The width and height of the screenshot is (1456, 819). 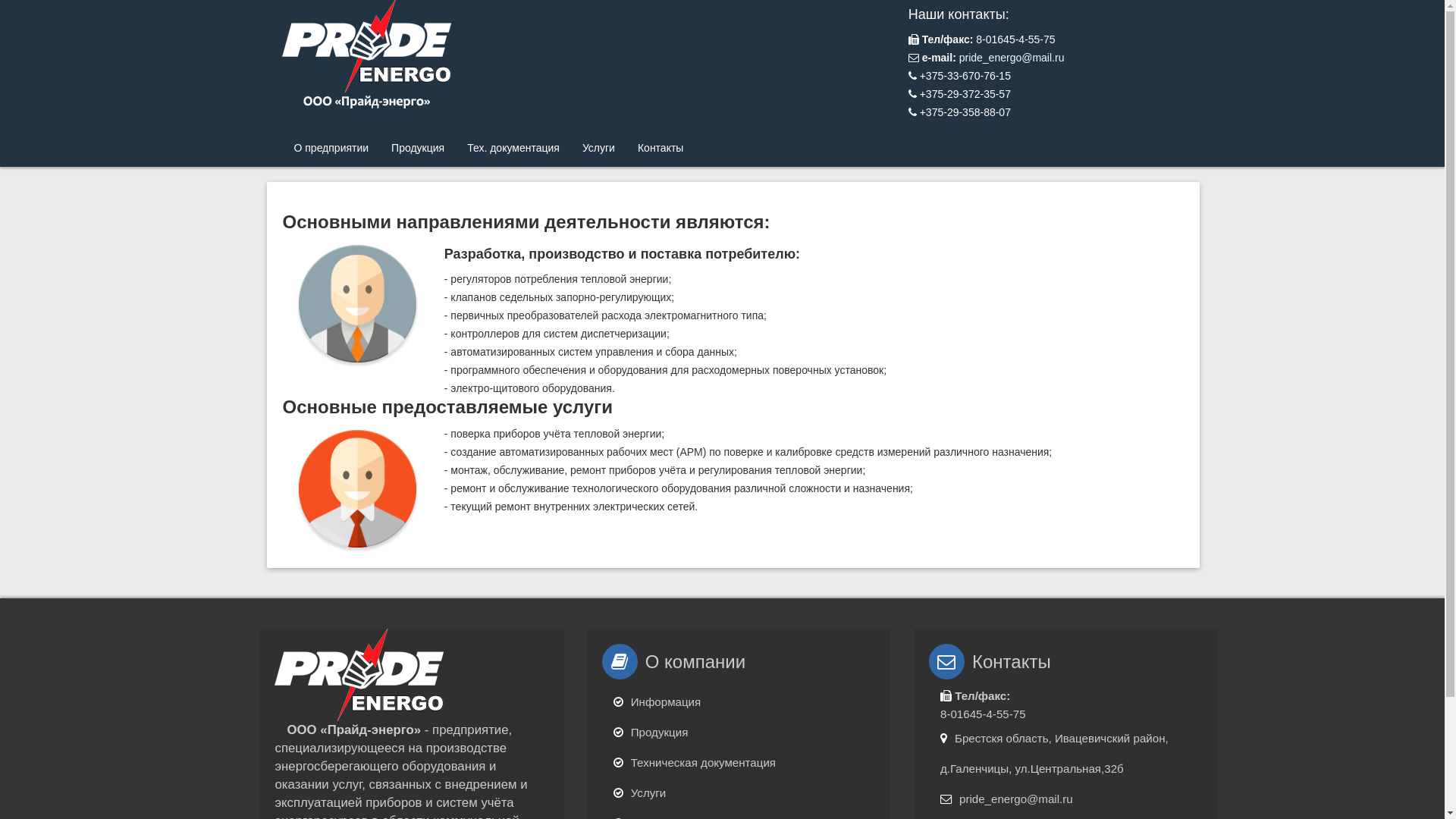 I want to click on 'pride_energo@mail.ru', so click(x=1012, y=57).